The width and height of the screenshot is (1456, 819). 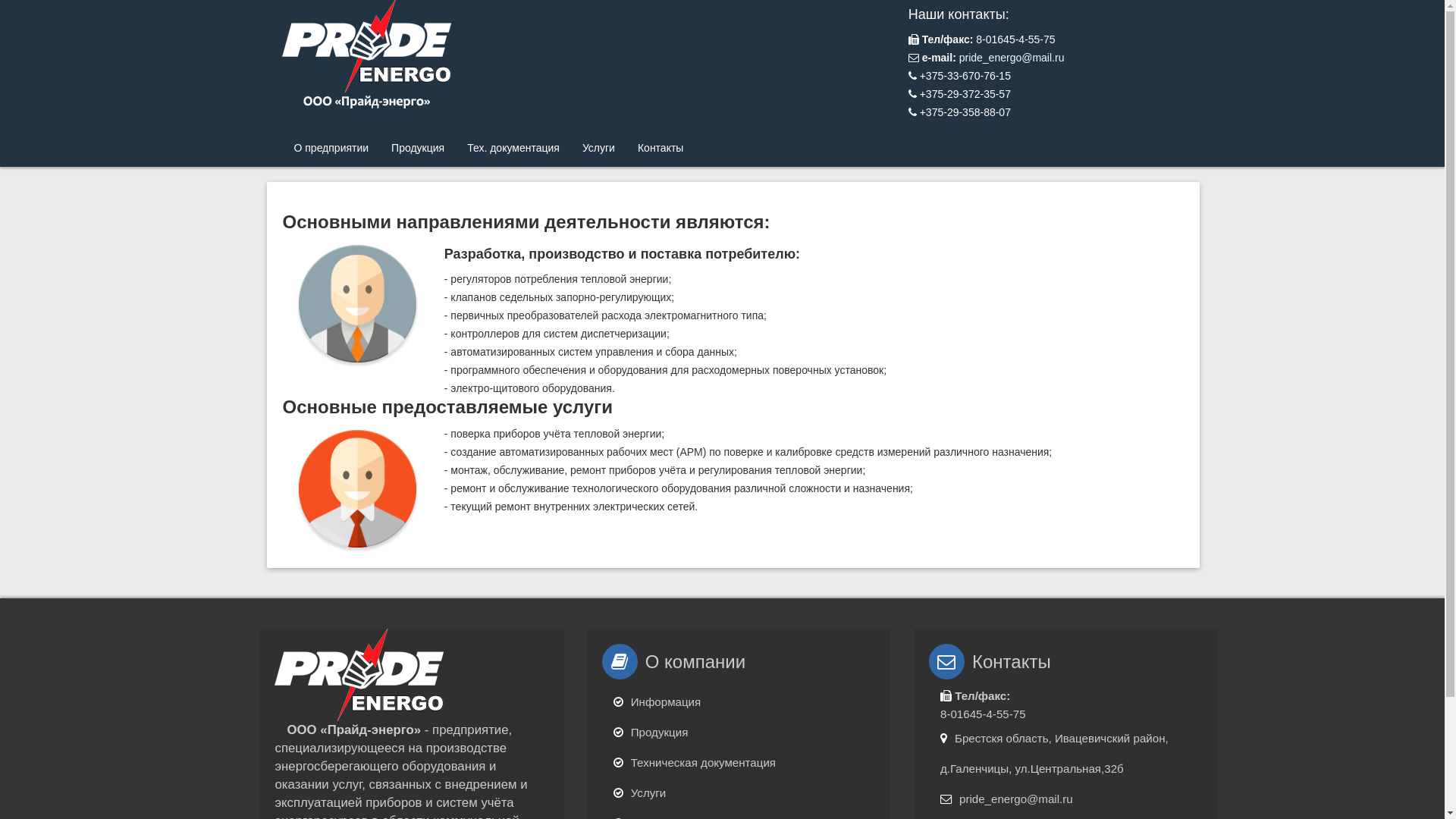 I want to click on 'pride_energo@mail.ru', so click(x=1012, y=57).